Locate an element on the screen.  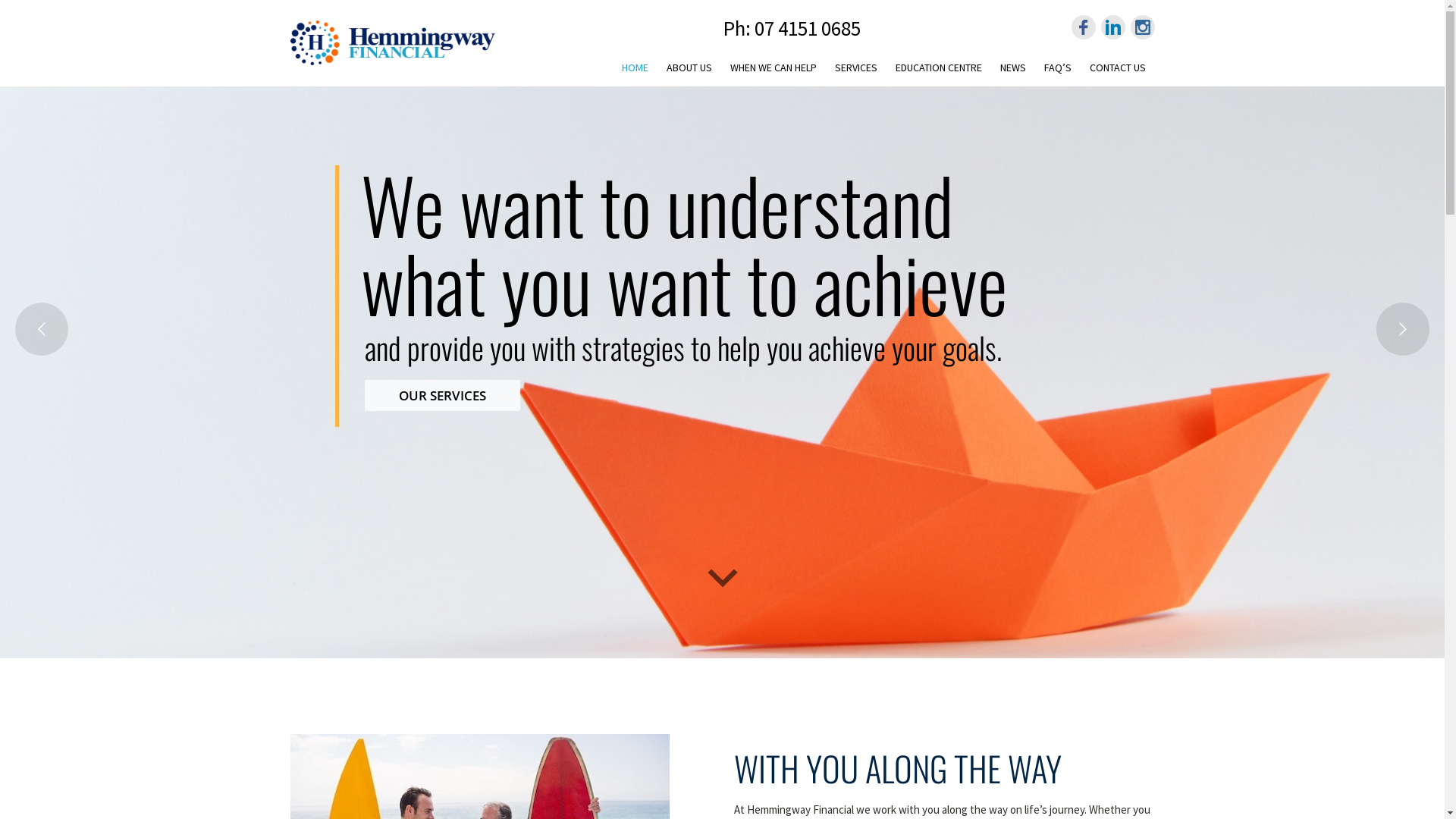
'NEWS' is located at coordinates (1012, 64).